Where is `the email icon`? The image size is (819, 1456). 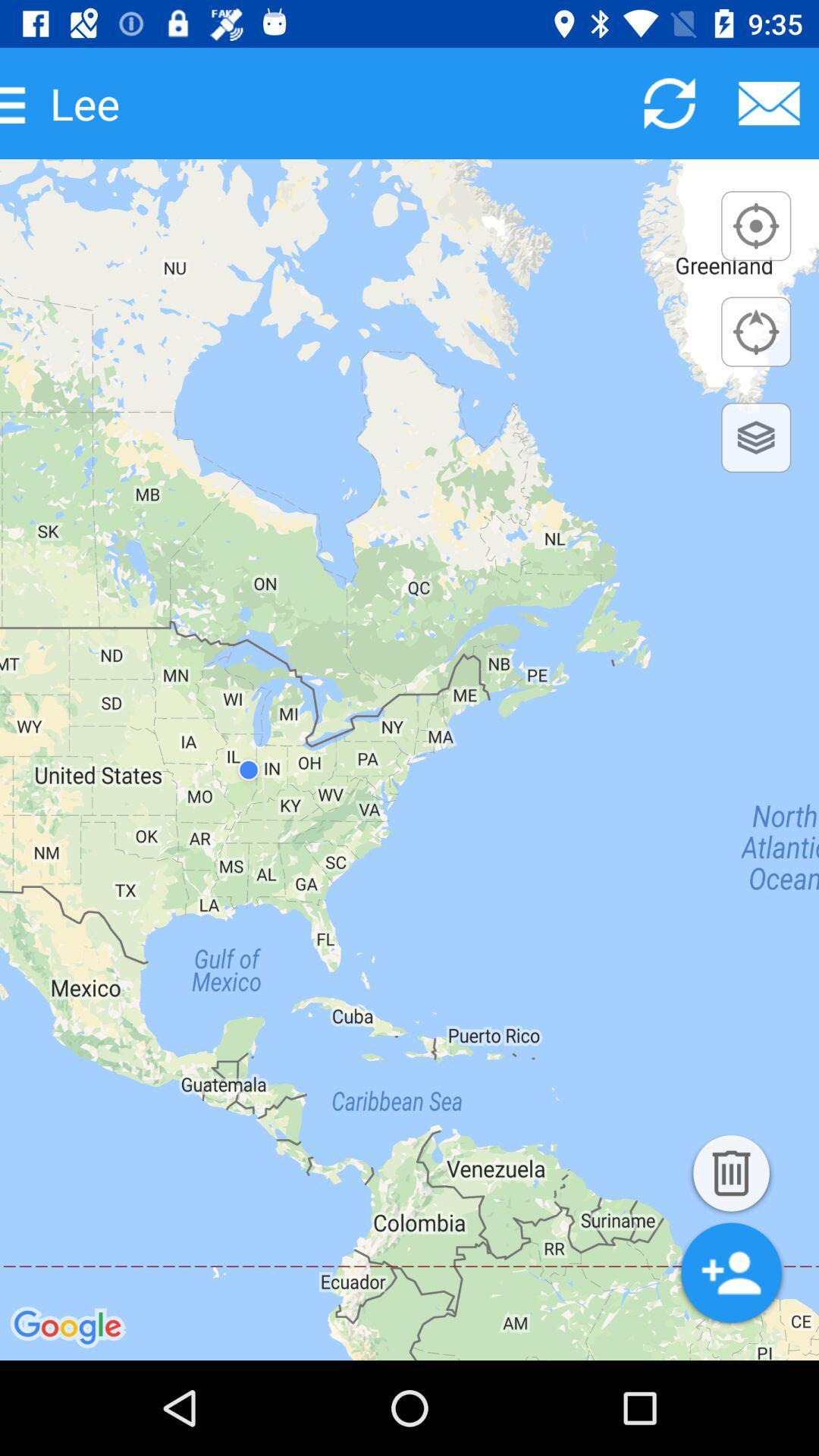
the email icon is located at coordinates (769, 102).